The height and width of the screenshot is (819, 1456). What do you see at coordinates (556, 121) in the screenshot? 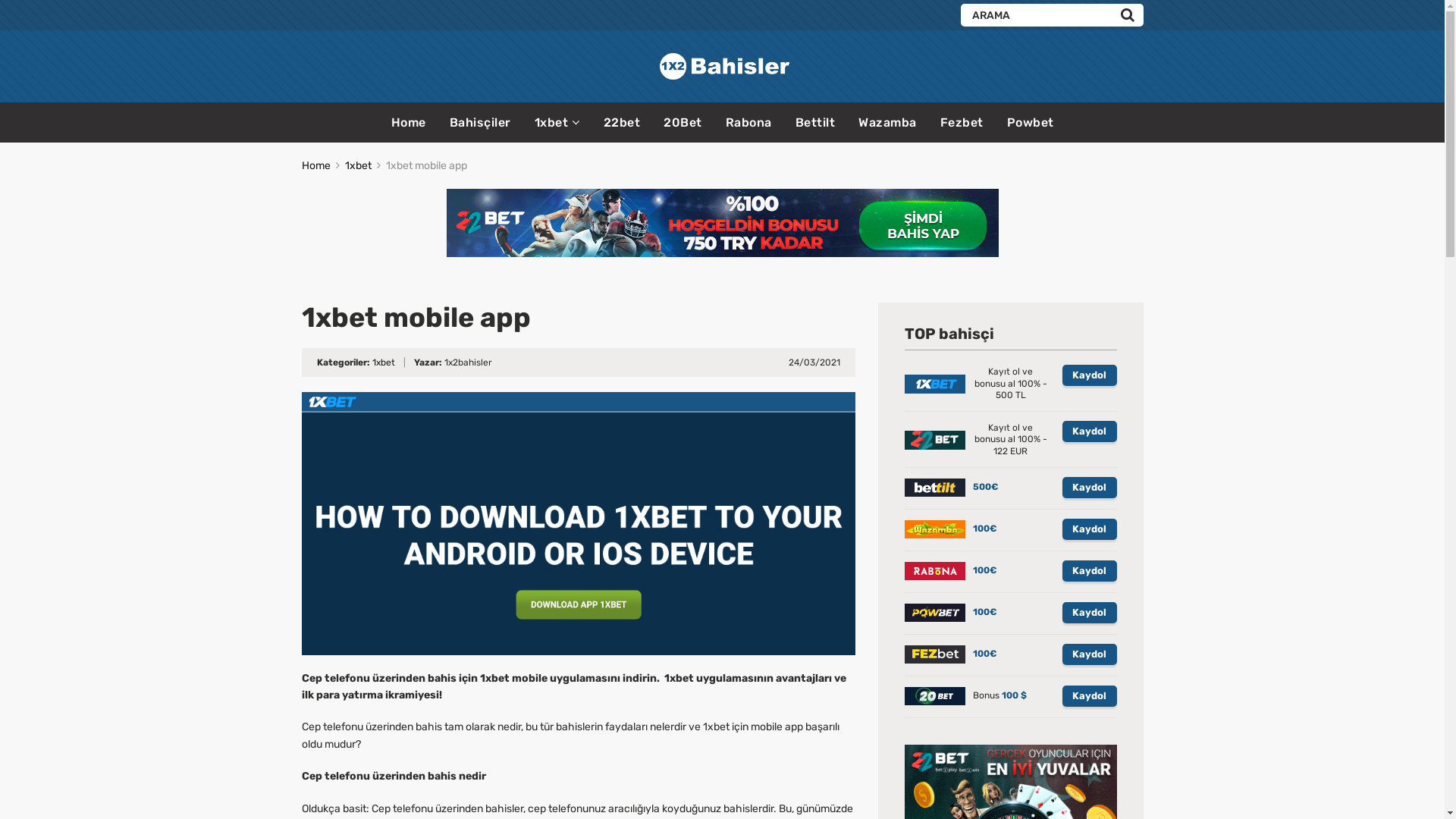
I see `'1xbet'` at bounding box center [556, 121].